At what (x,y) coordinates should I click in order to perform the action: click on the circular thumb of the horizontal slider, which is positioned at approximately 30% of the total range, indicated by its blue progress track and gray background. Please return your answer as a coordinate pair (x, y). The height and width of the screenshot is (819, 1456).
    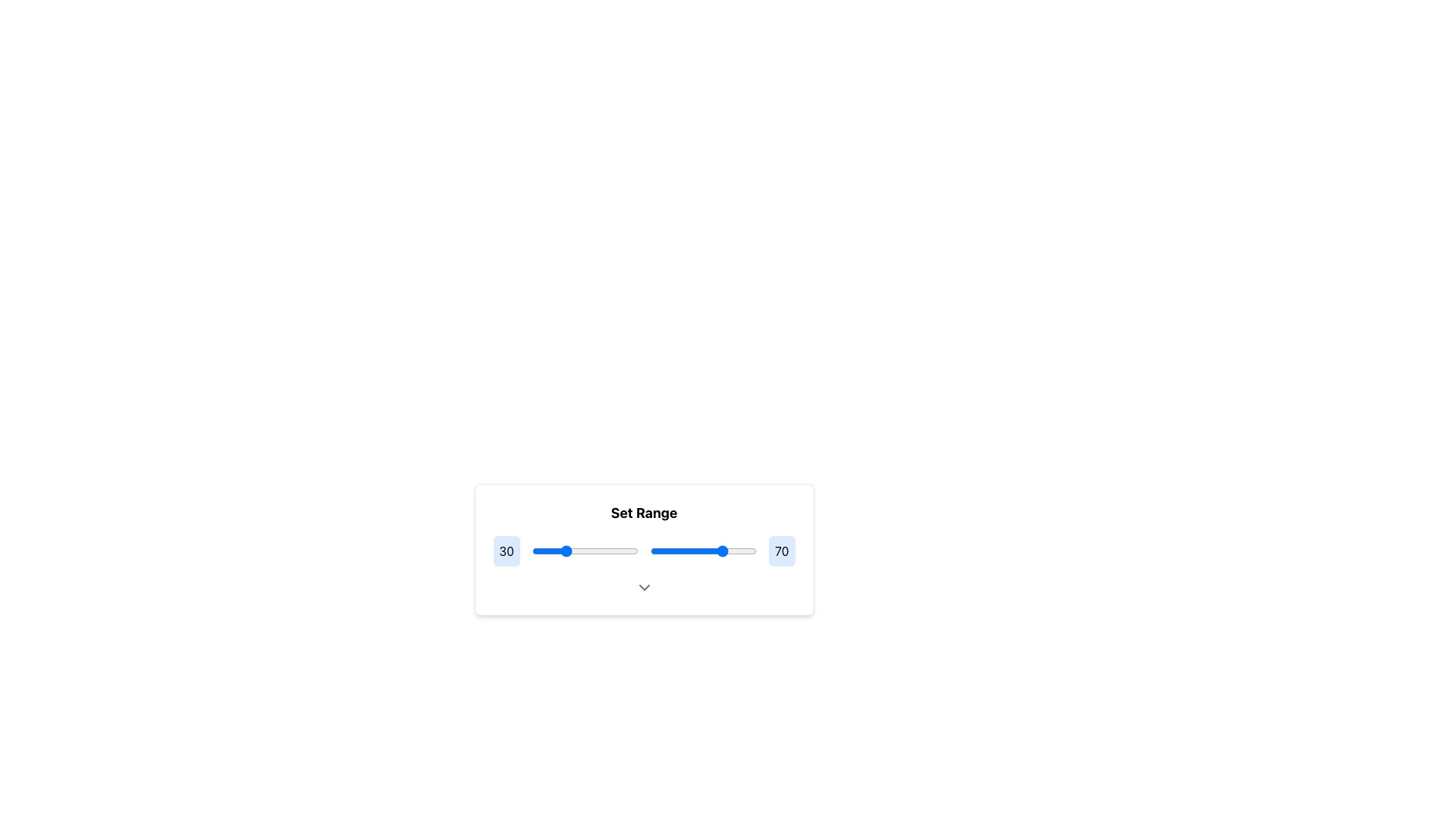
    Looking at the image, I should click on (585, 551).